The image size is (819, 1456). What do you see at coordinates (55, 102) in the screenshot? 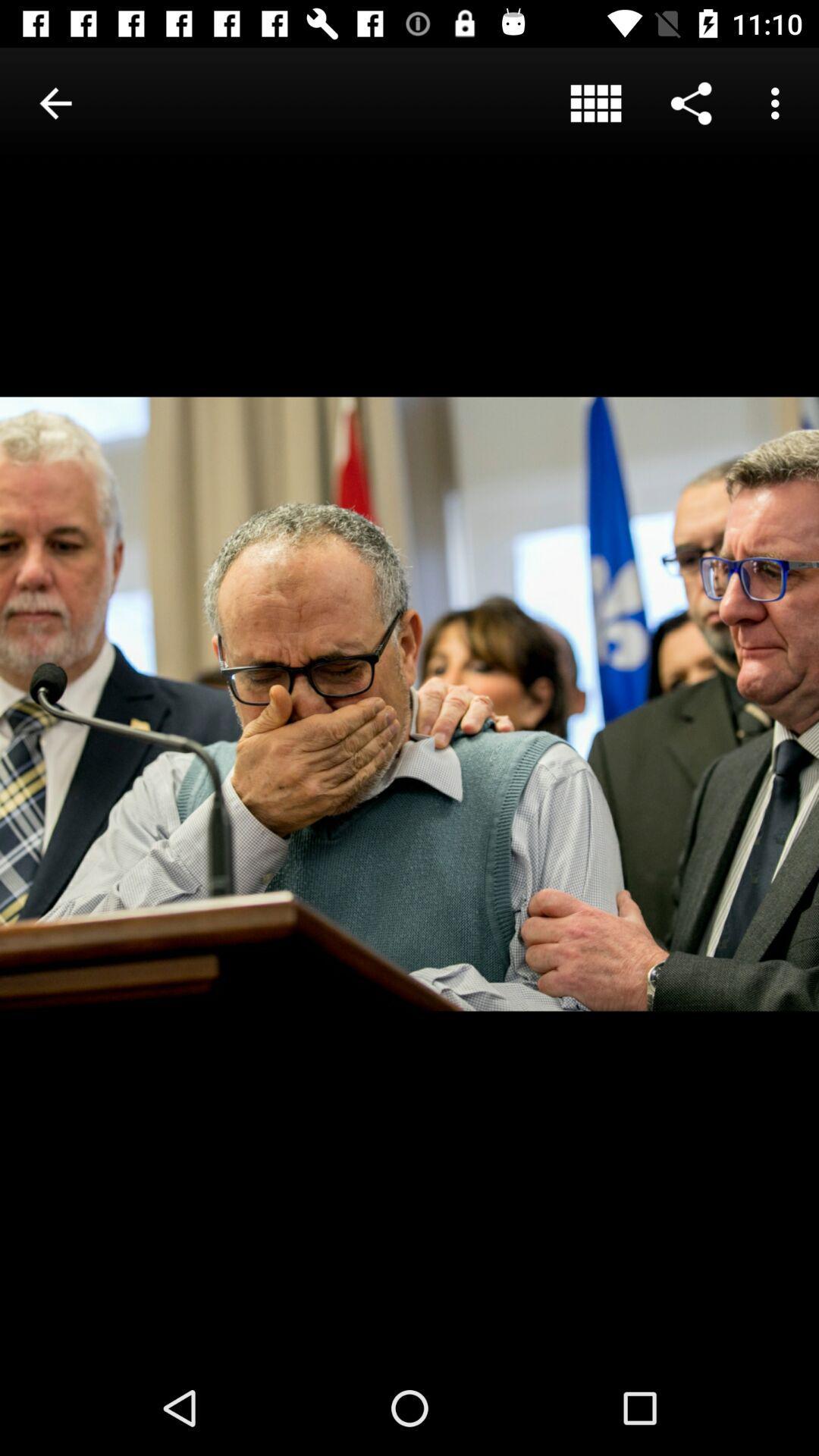
I see `the icon at the top left corner` at bounding box center [55, 102].